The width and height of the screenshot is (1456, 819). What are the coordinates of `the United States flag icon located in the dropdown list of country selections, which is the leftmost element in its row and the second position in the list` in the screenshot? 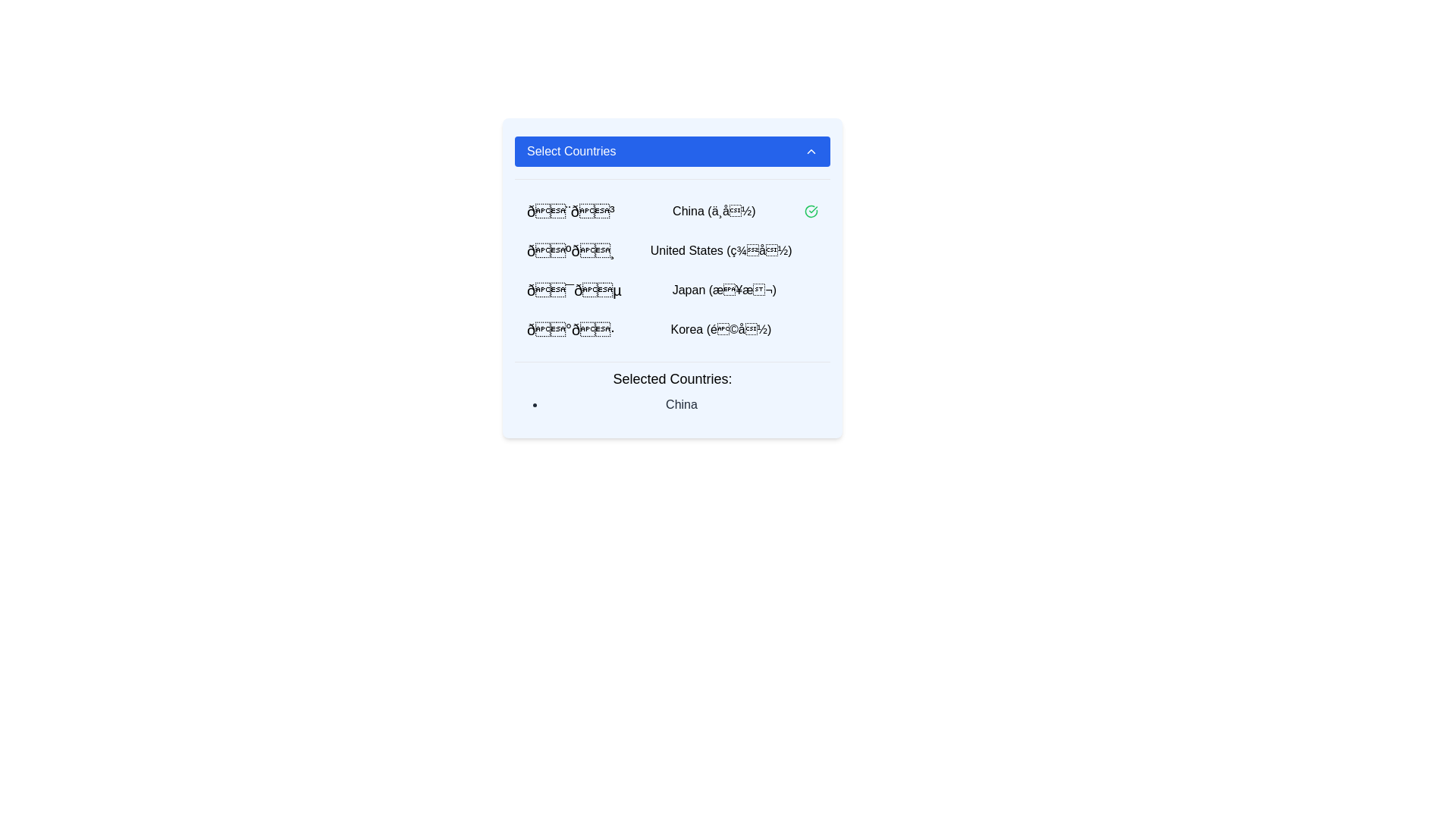 It's located at (570, 250).